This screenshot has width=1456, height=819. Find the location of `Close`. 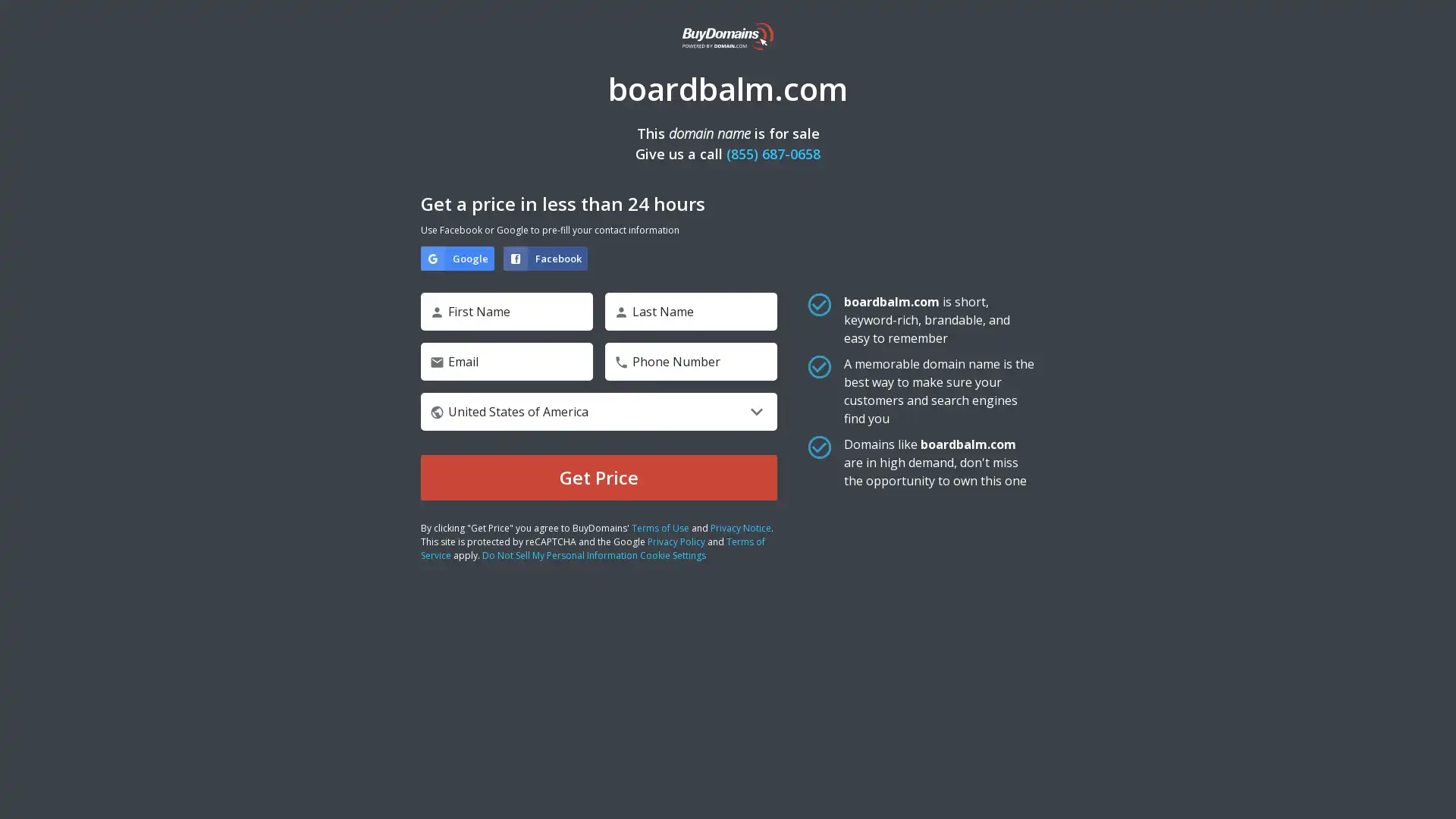

Close is located at coordinates (277, 568).